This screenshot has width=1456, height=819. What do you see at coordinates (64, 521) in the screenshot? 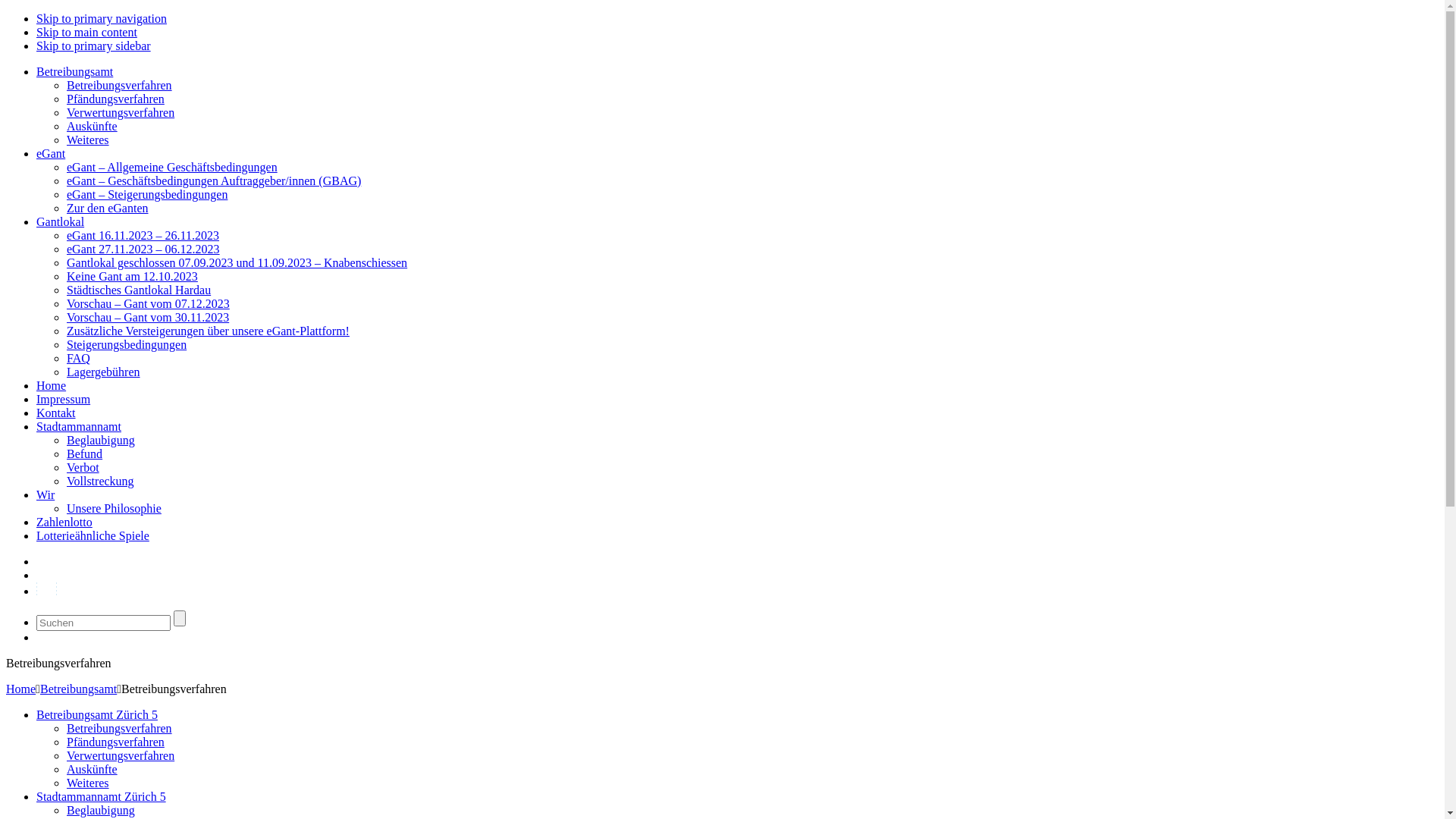
I see `'Zahlenlotto'` at bounding box center [64, 521].